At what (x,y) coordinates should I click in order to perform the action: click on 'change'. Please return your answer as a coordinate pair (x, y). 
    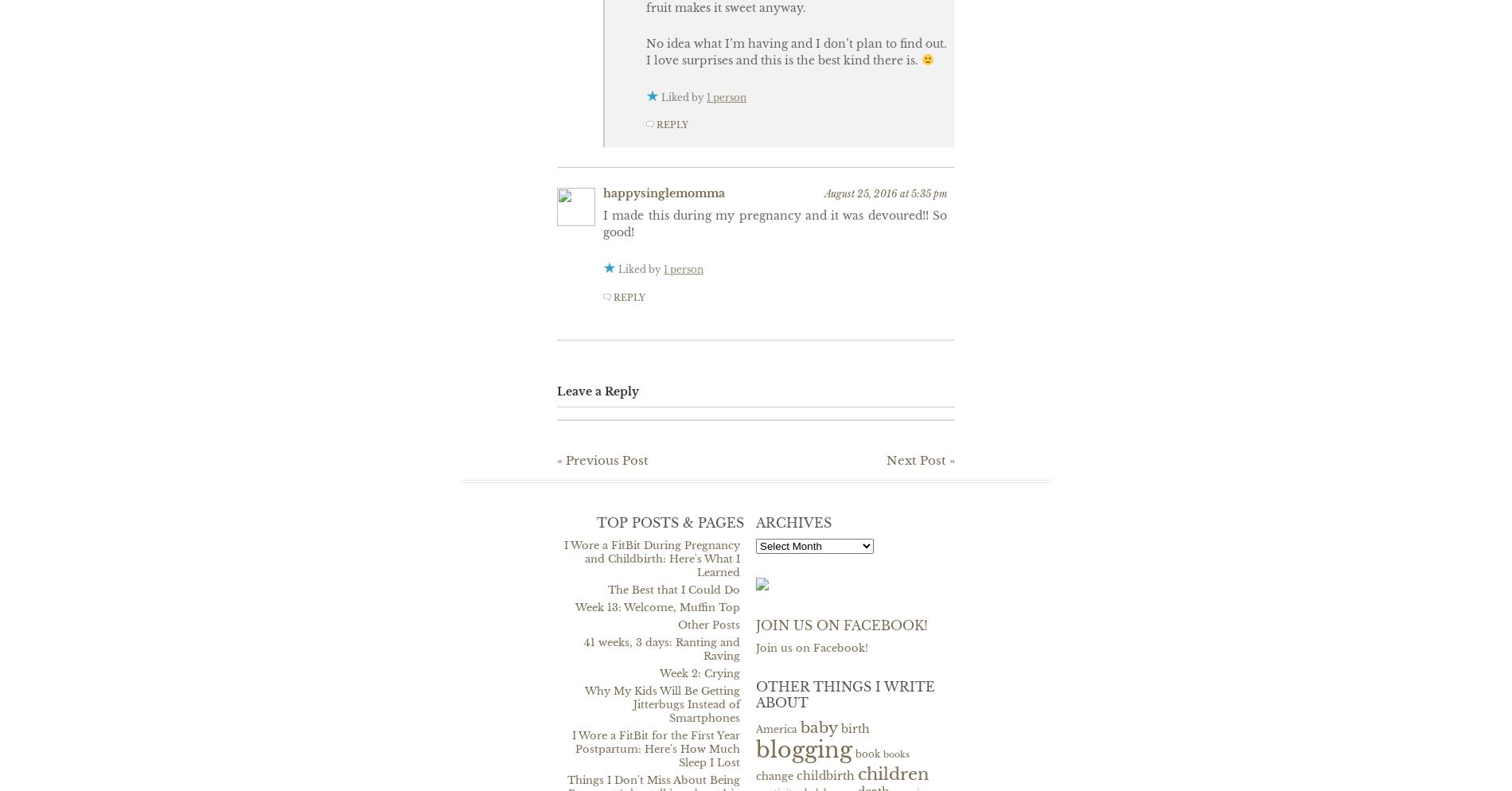
    Looking at the image, I should click on (774, 774).